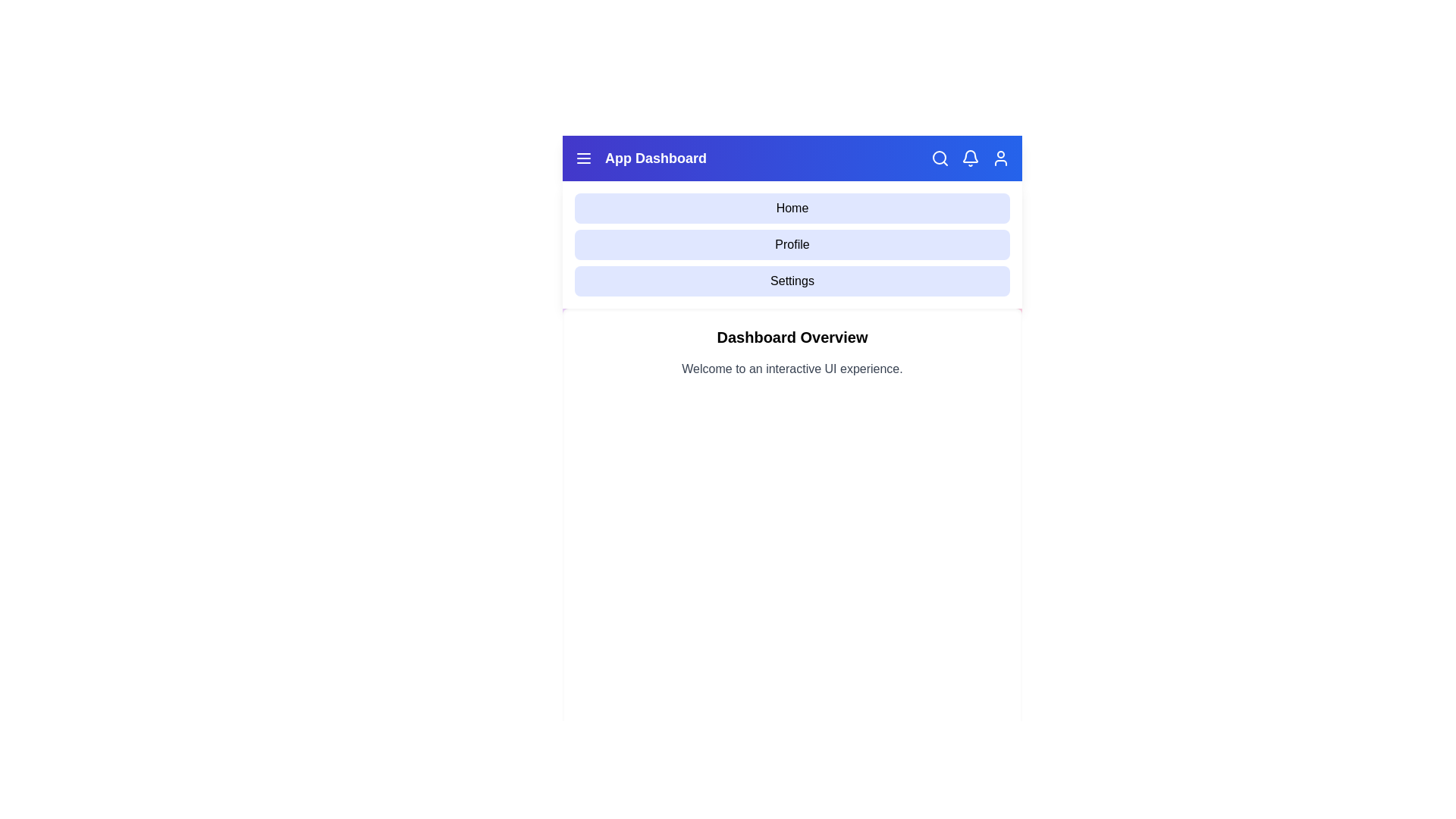  Describe the element at coordinates (971, 158) in the screenshot. I see `the notification bell icon` at that location.